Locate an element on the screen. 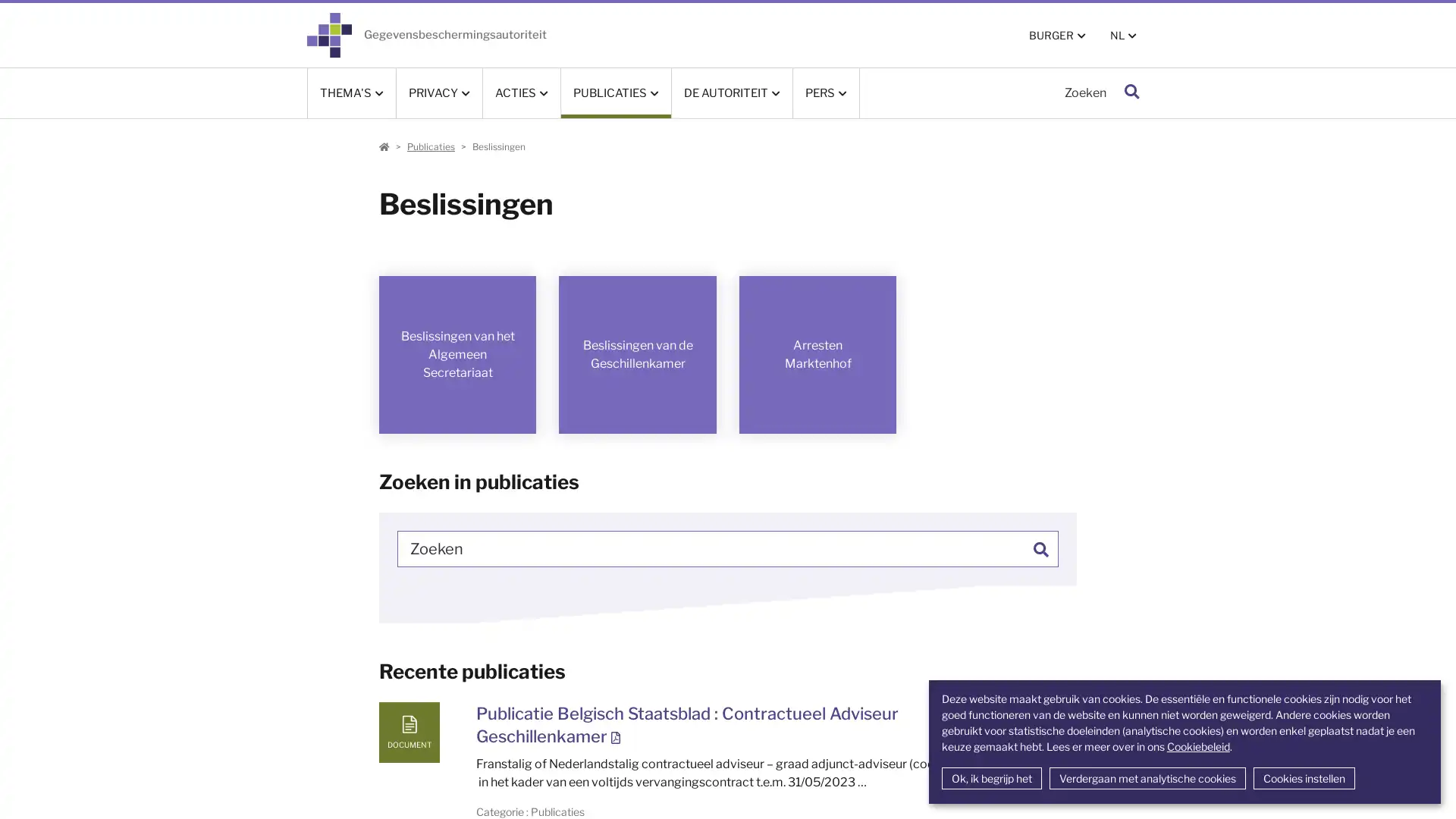 The image size is (1456, 819). Verdergaan met analytische cookies is located at coordinates (1147, 778).